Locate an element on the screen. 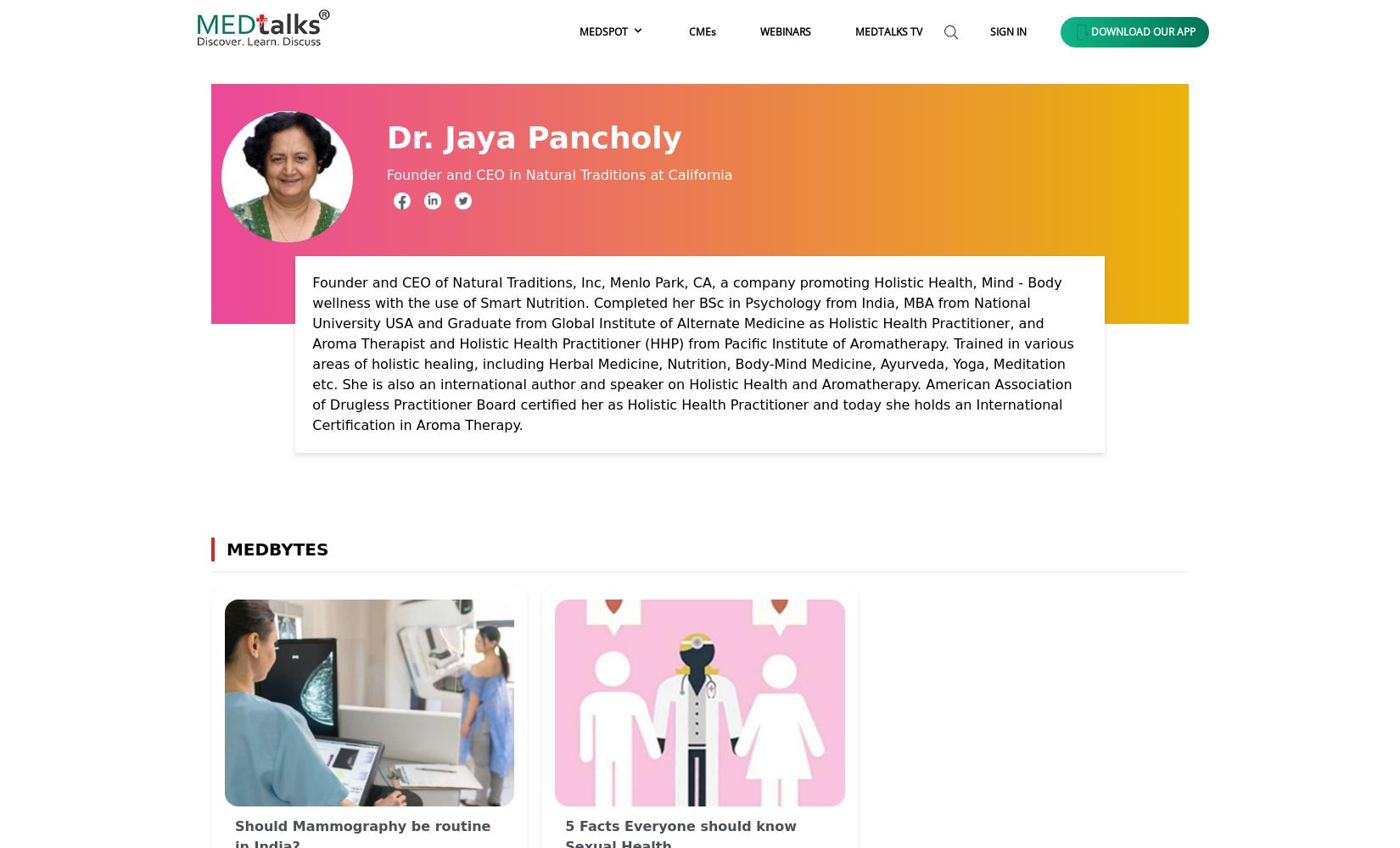  'DOWNLOAD OUR APP' is located at coordinates (1142, 31).